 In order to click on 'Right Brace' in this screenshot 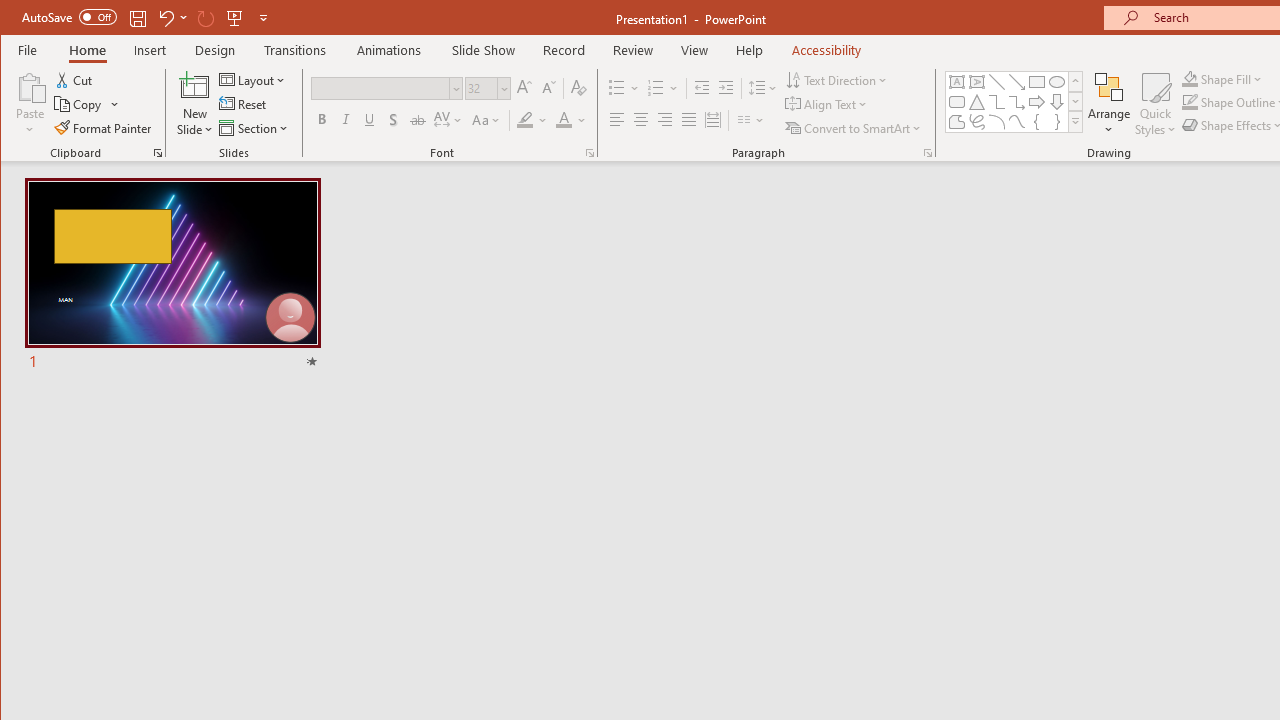, I will do `click(1056, 122)`.